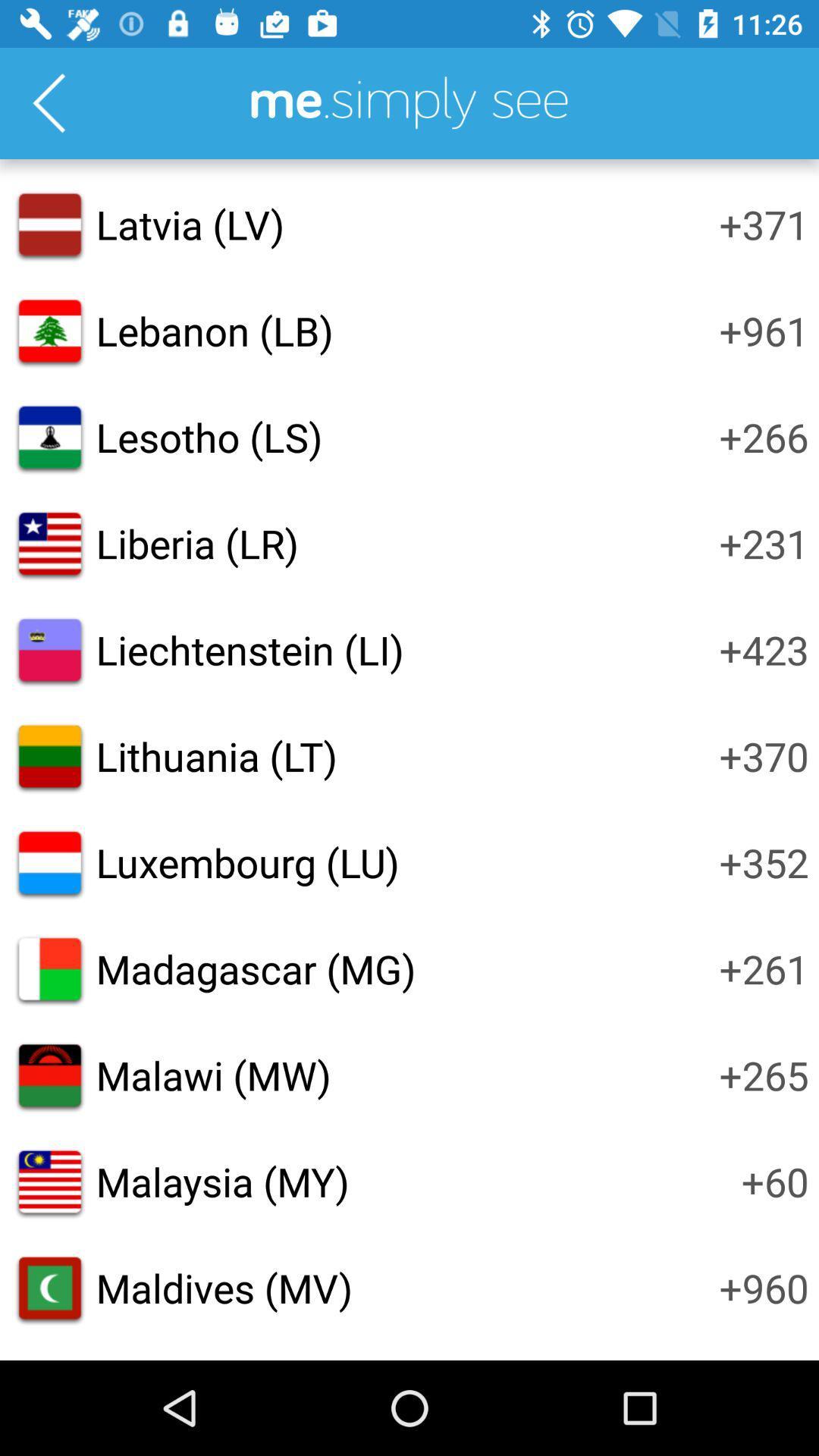 The height and width of the screenshot is (1456, 819). Describe the element at coordinates (246, 862) in the screenshot. I see `luxembourg (lu) icon` at that location.